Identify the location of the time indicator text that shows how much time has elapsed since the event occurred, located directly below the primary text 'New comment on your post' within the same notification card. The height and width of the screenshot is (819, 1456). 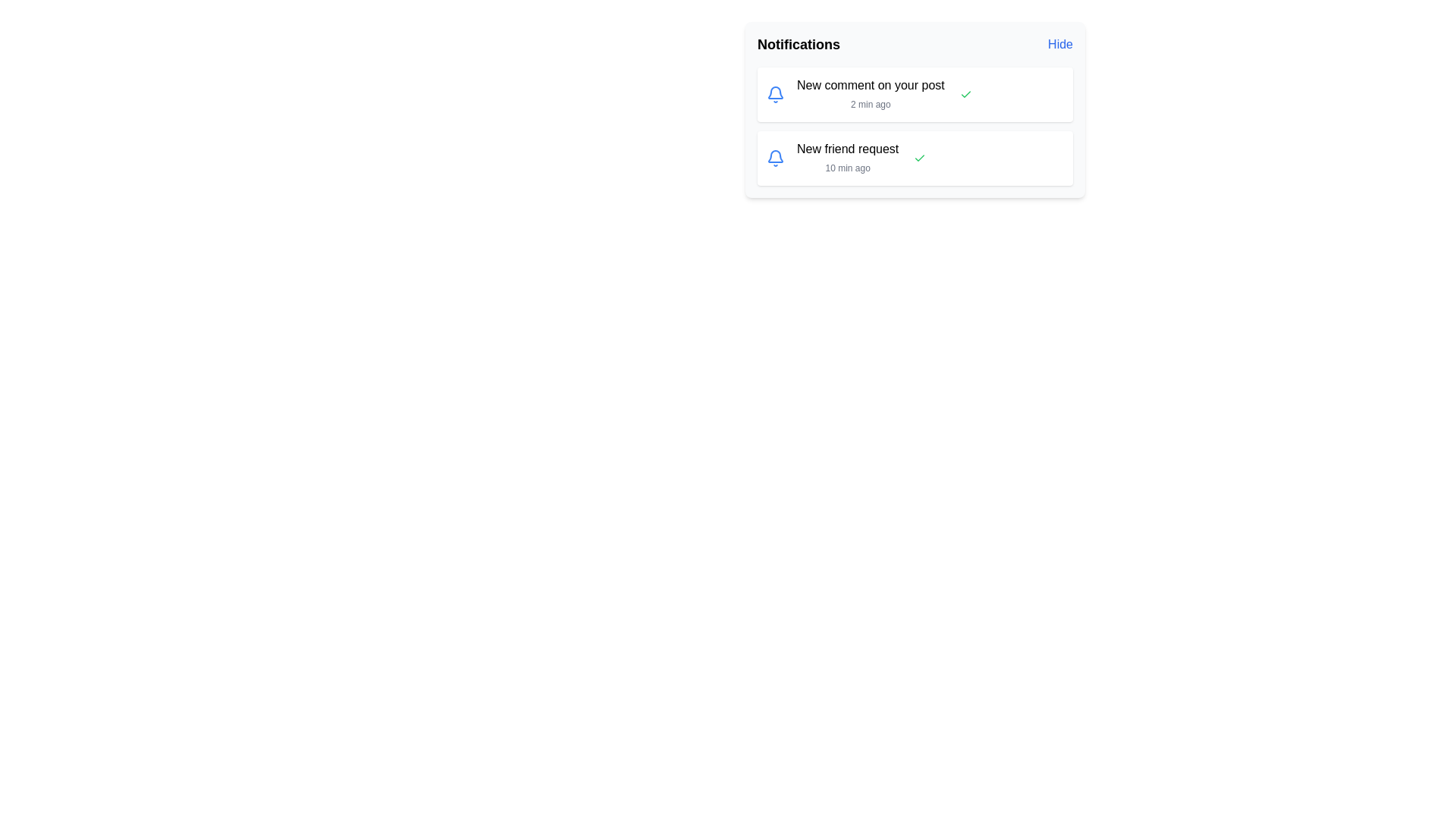
(871, 104).